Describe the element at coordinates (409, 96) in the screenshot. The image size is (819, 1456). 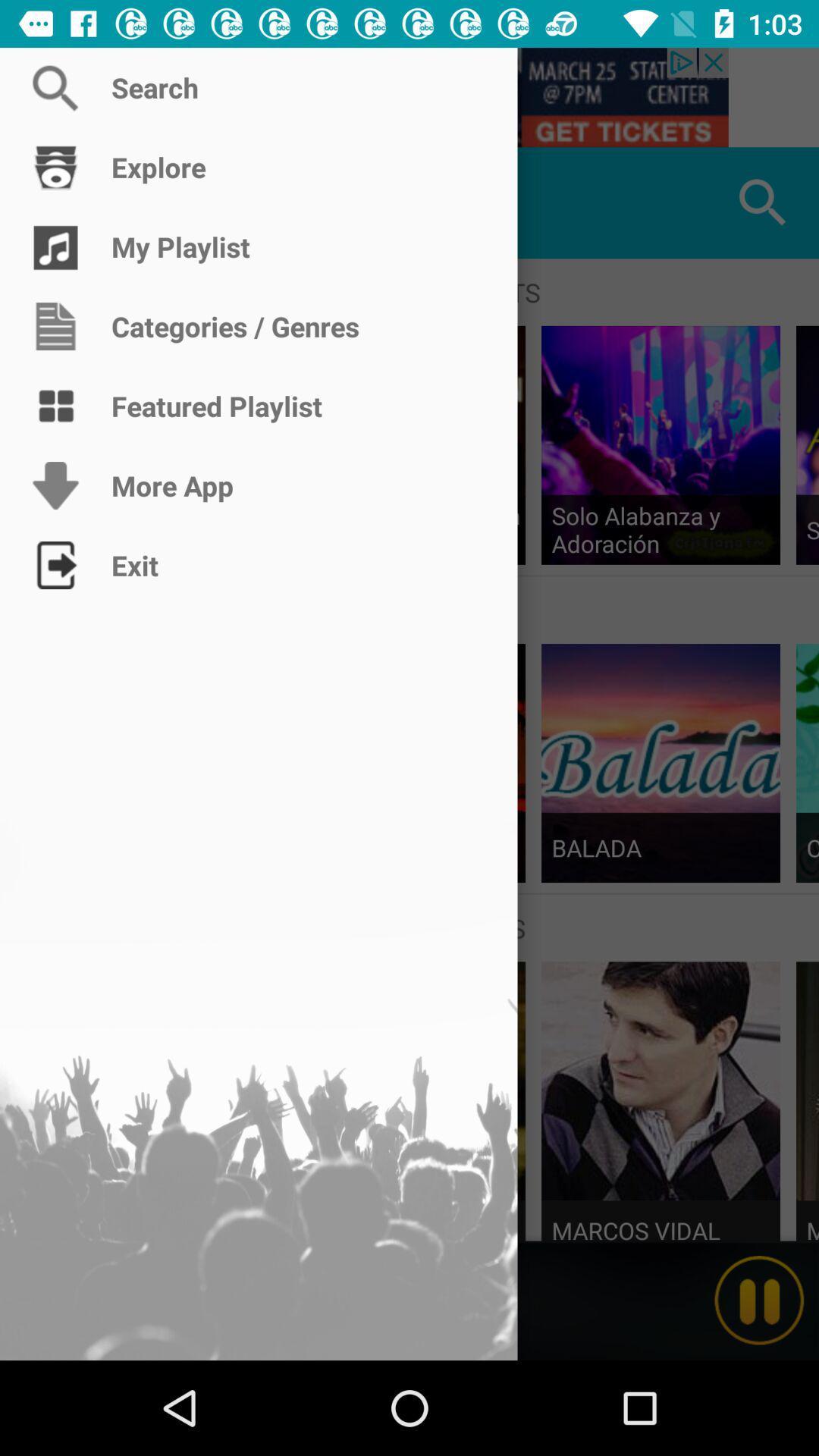
I see `searching bar` at that location.